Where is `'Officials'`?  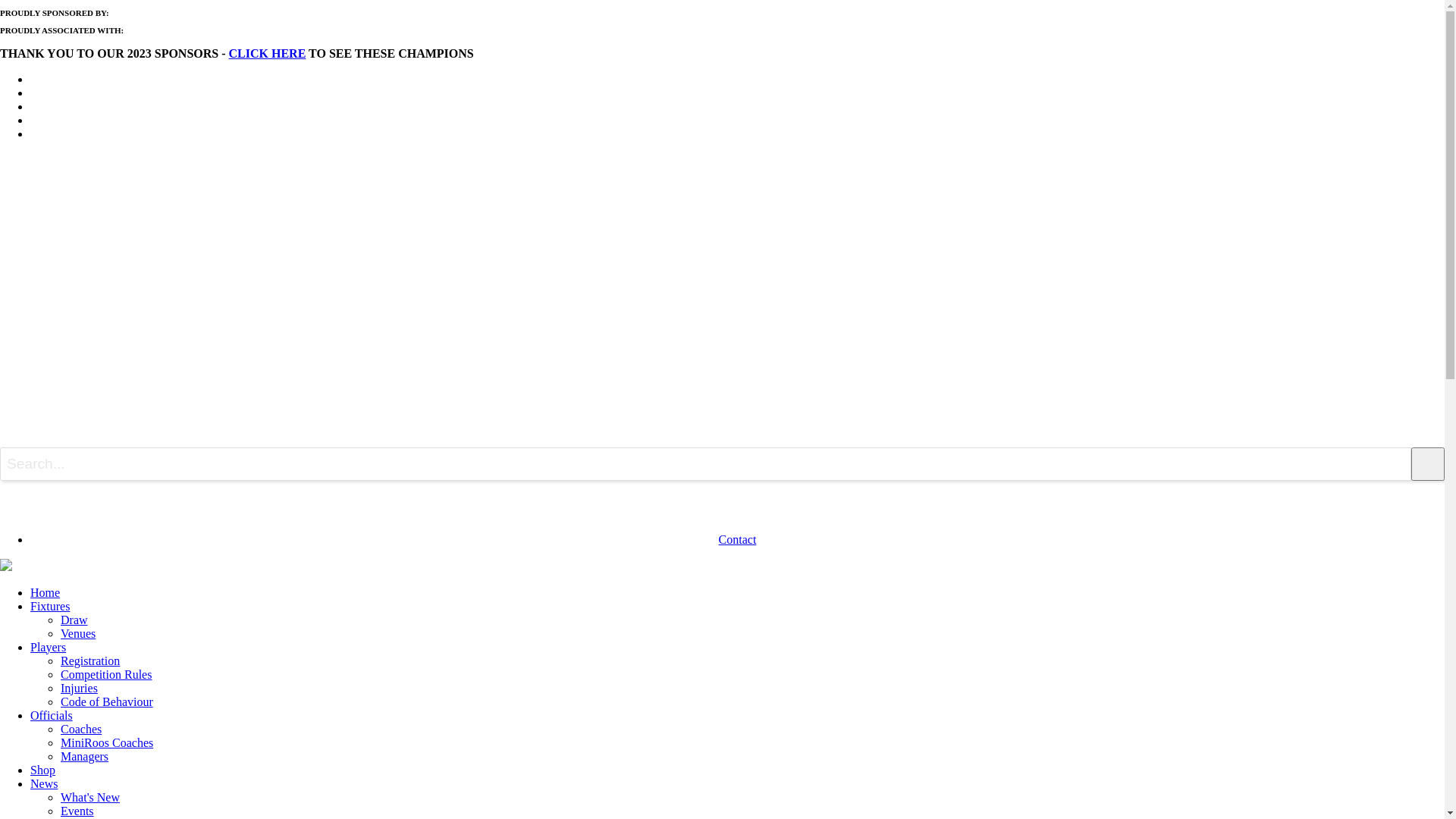
'Officials' is located at coordinates (51, 715).